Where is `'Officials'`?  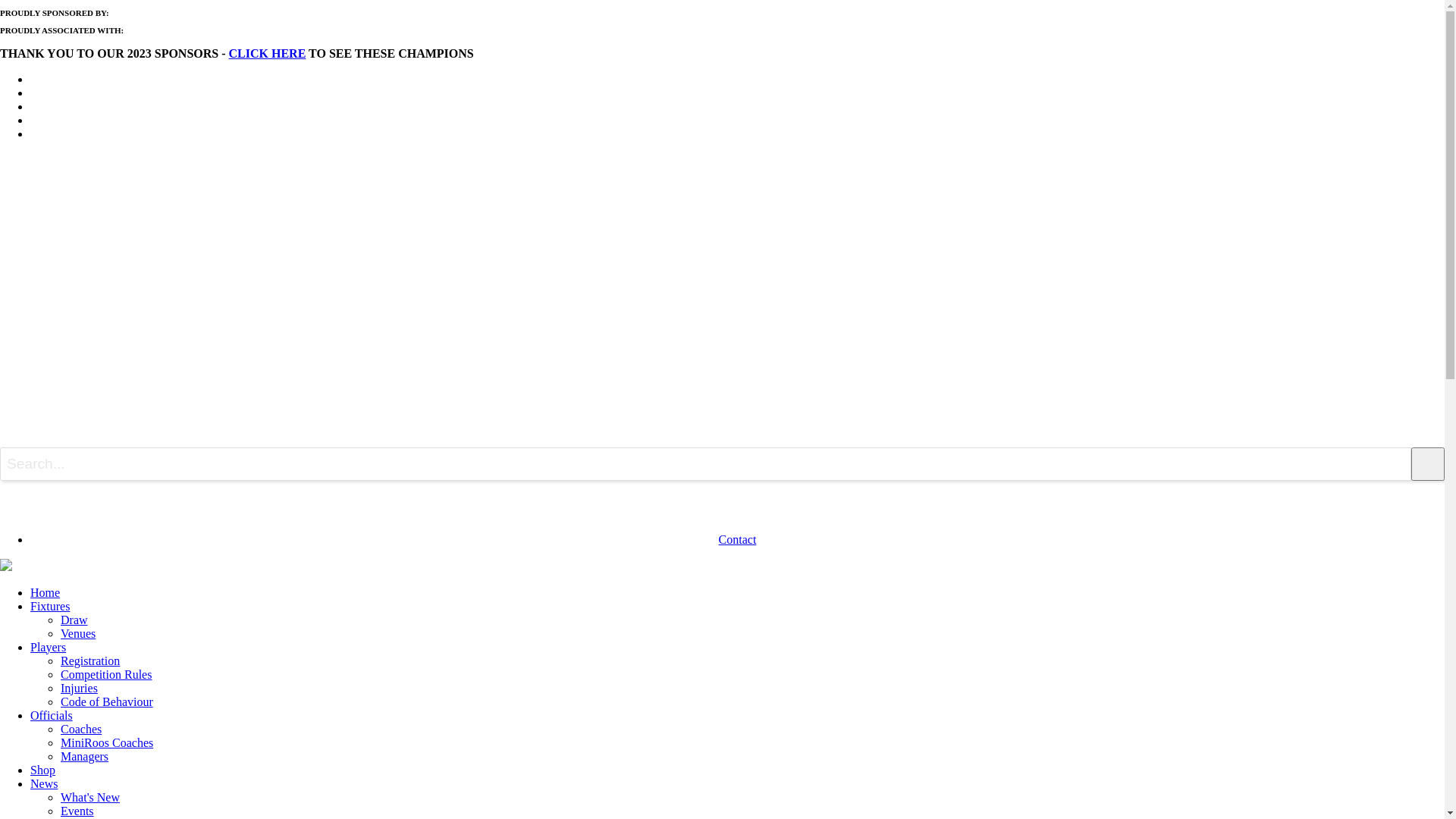
'Officials' is located at coordinates (51, 715).